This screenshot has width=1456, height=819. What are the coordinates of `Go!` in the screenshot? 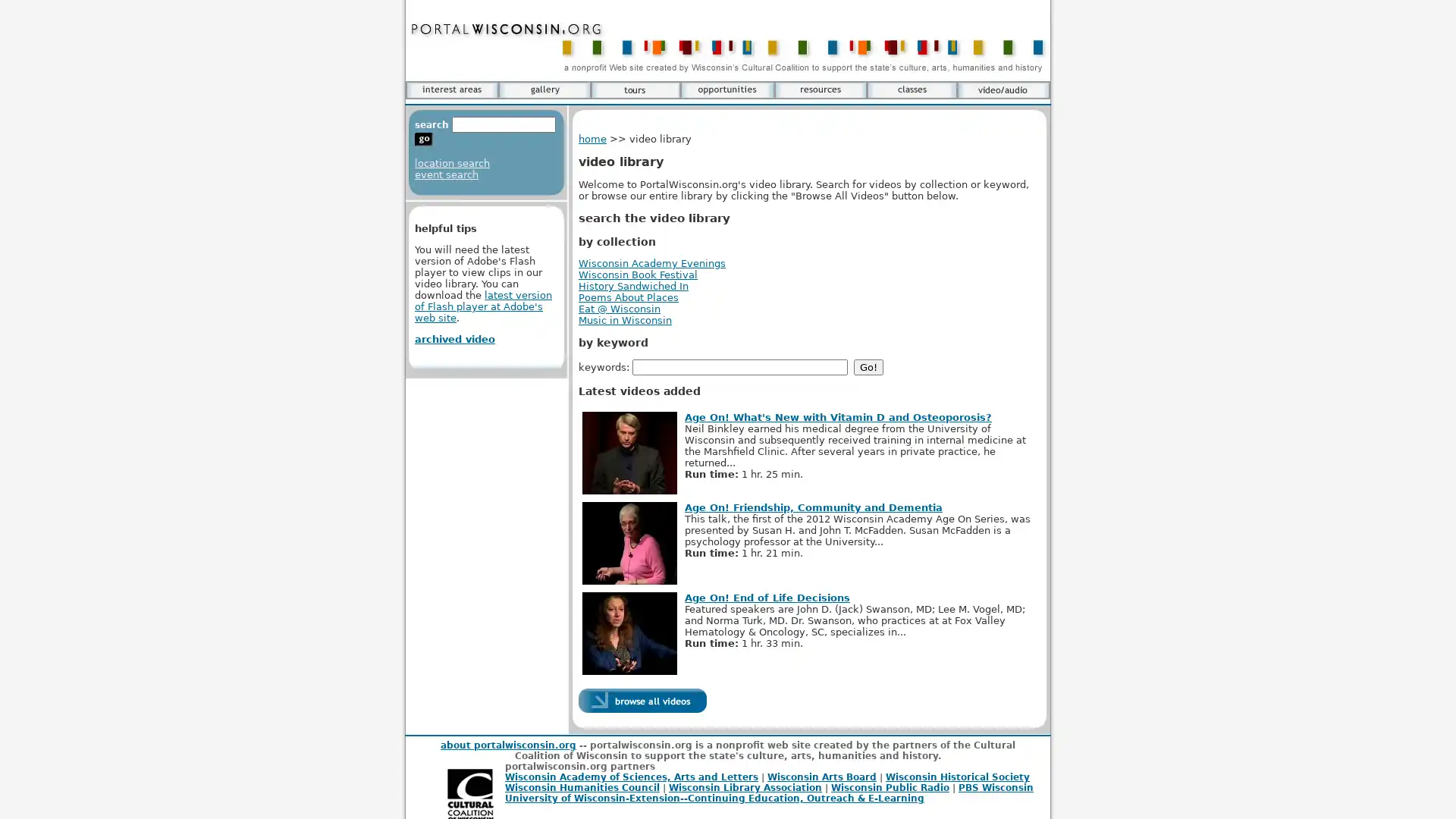 It's located at (868, 366).